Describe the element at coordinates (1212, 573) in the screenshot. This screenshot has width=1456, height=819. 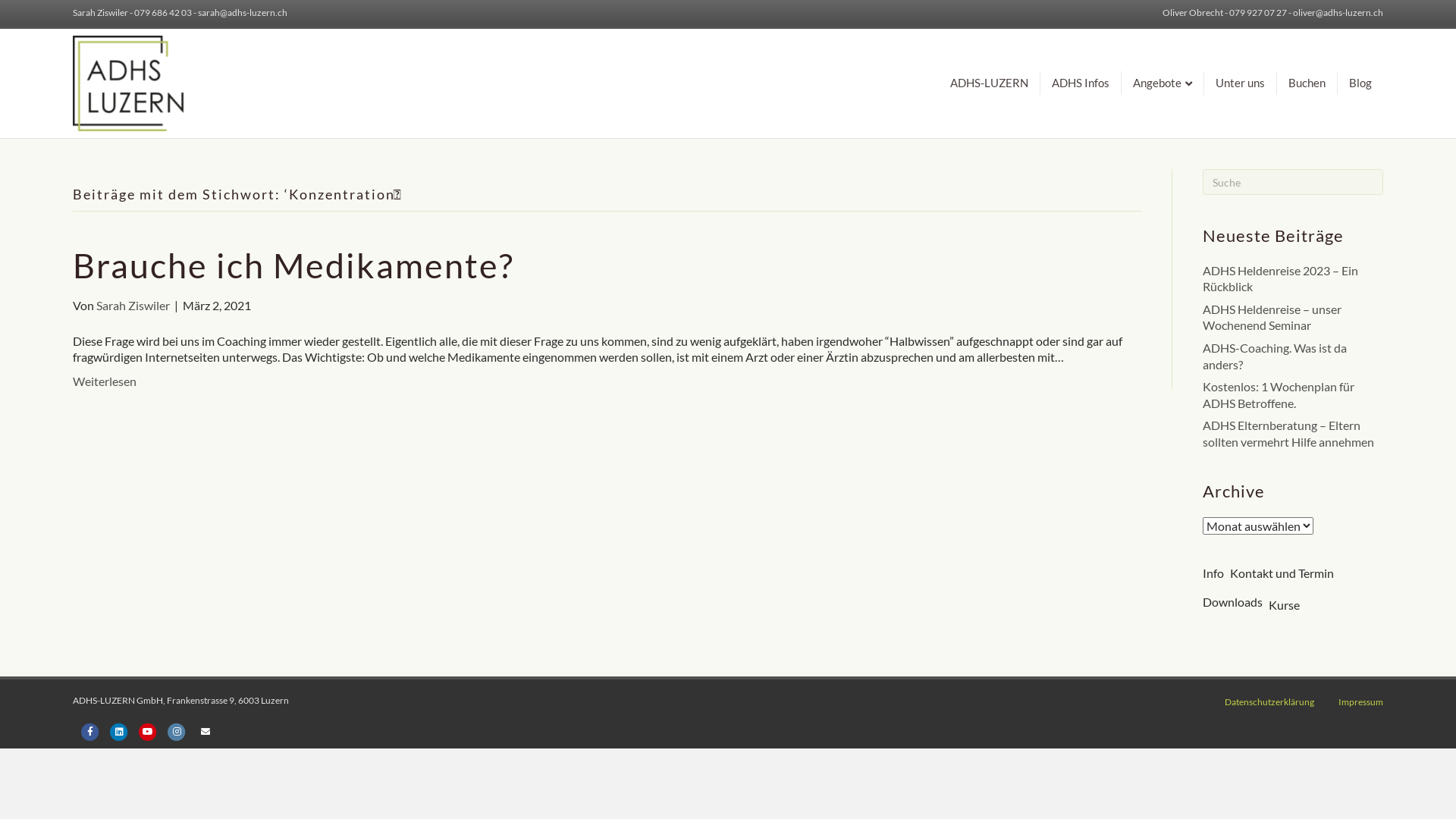
I see `'Info'` at that location.